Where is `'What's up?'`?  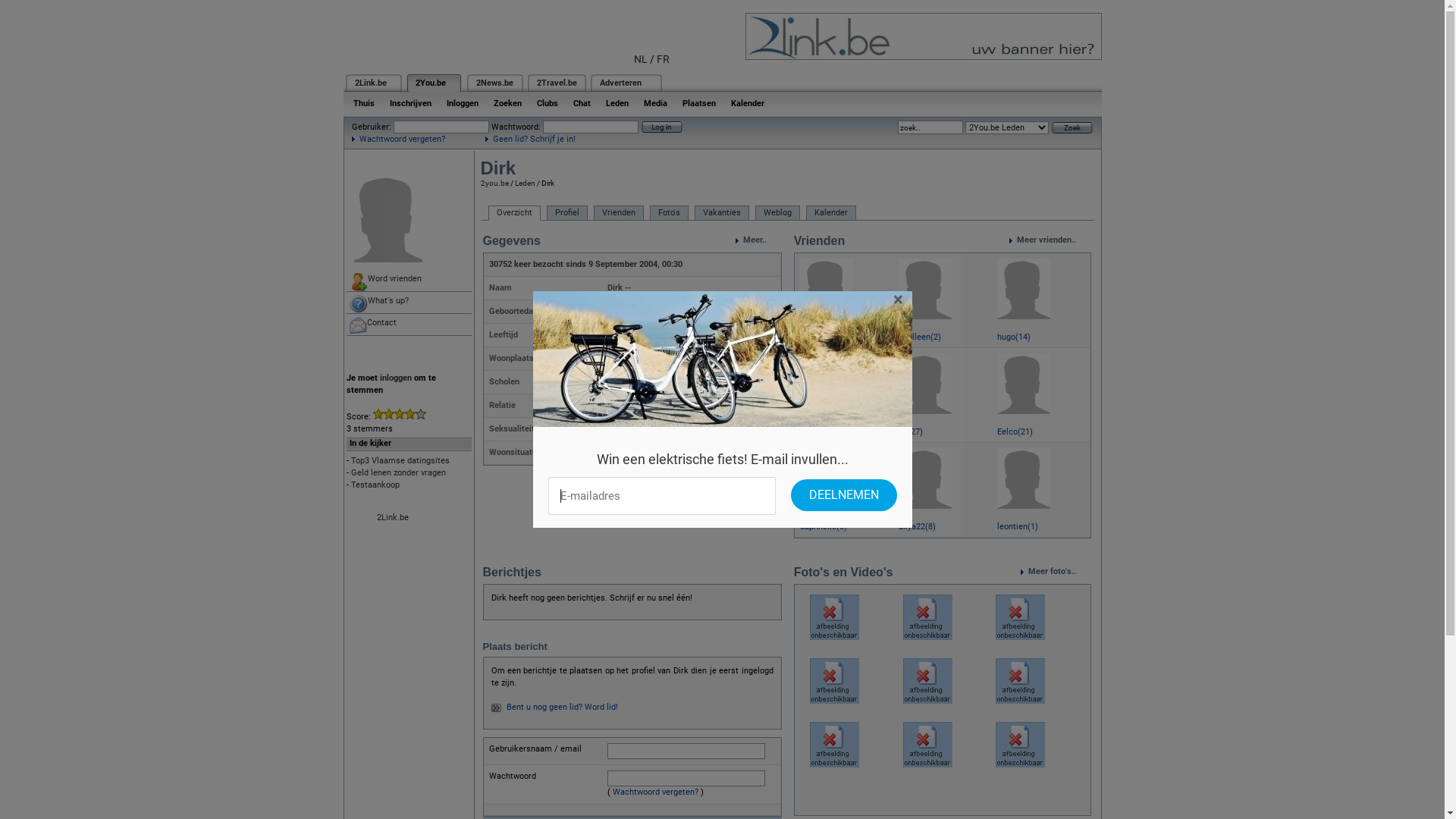
'What's up?' is located at coordinates (408, 303).